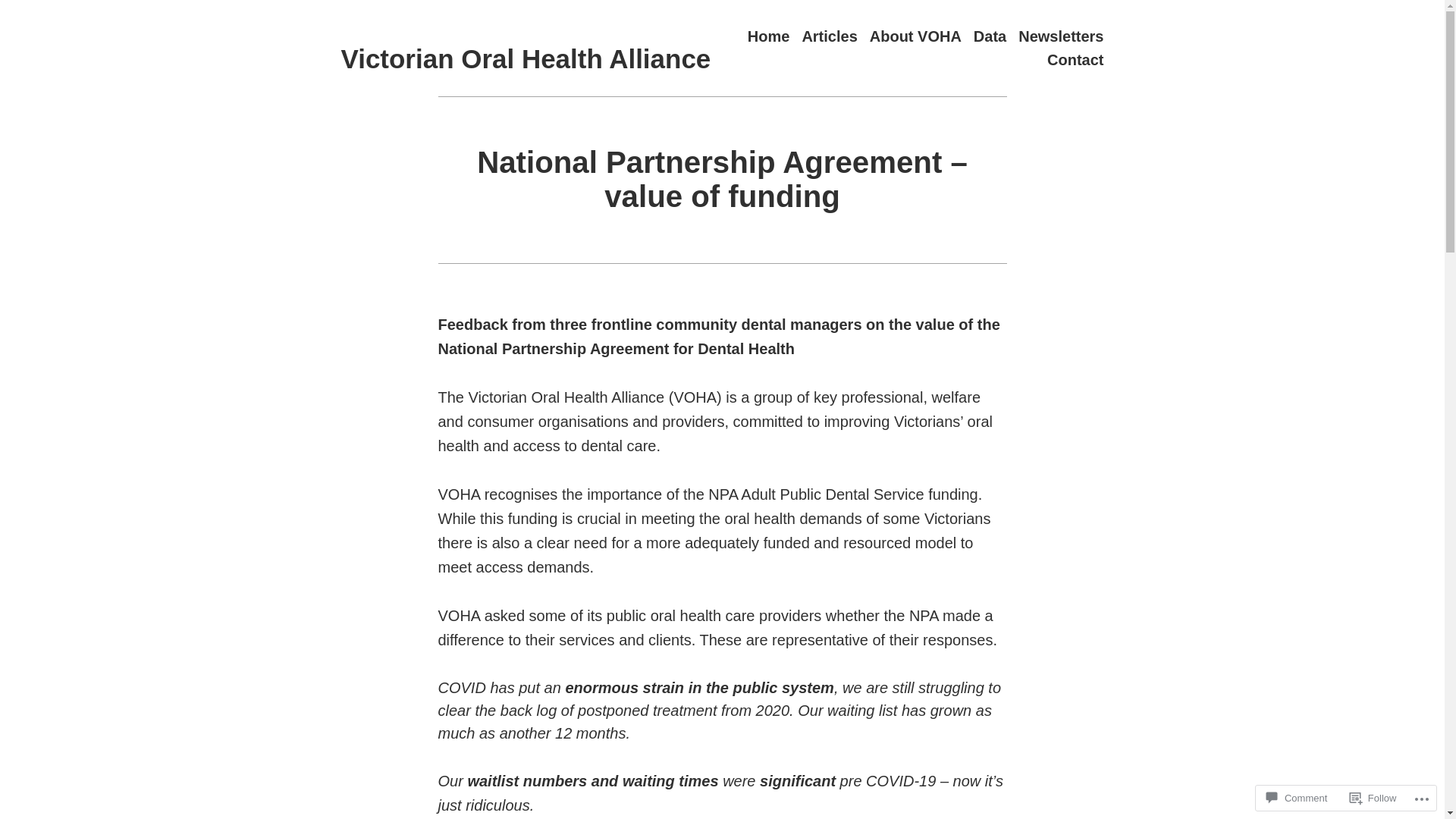 The width and height of the screenshot is (1456, 819). What do you see at coordinates (990, 35) in the screenshot?
I see `'Data'` at bounding box center [990, 35].